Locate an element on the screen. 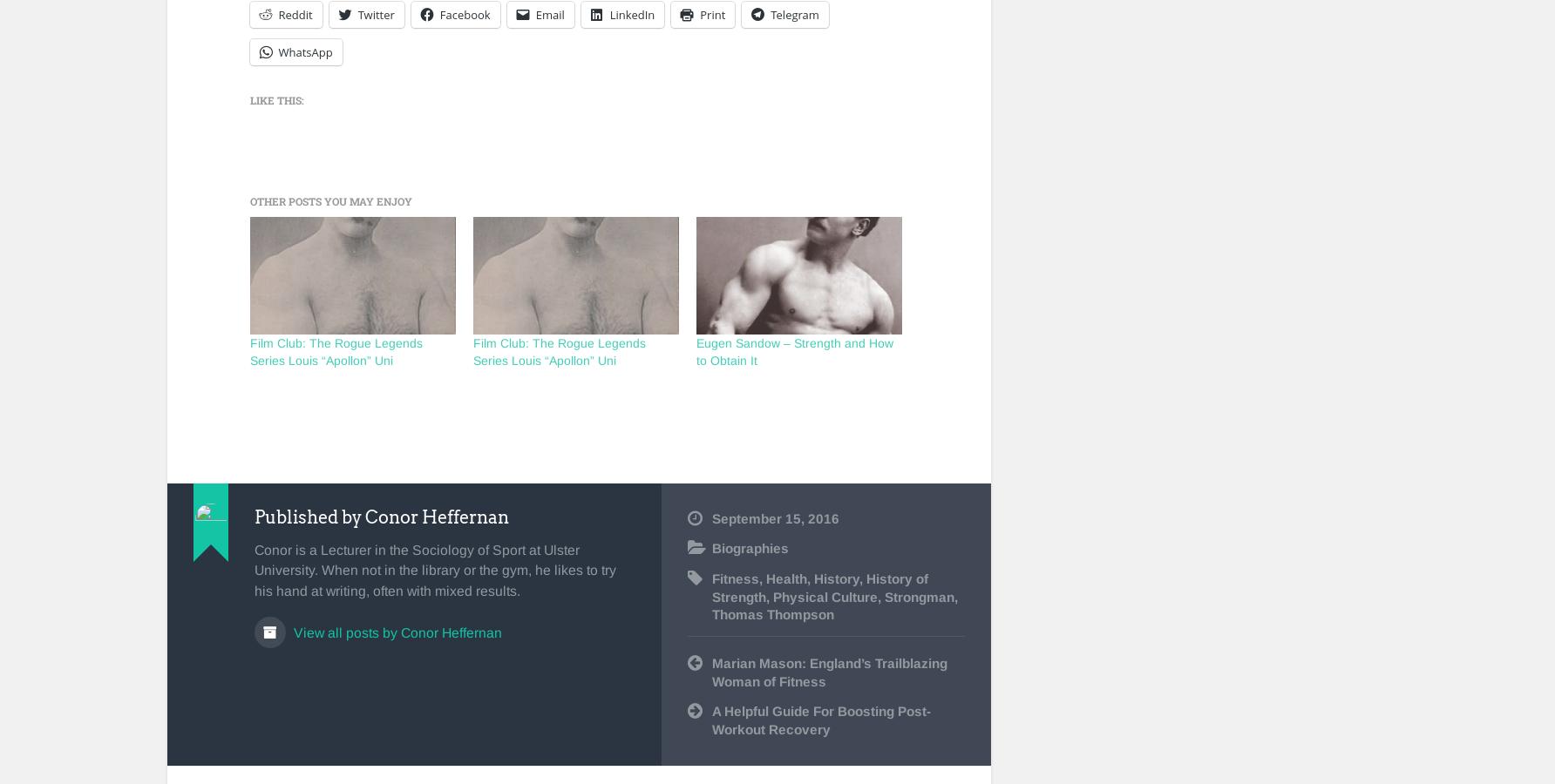 The width and height of the screenshot is (1555, 784). 'Reddit' is located at coordinates (294, 13).